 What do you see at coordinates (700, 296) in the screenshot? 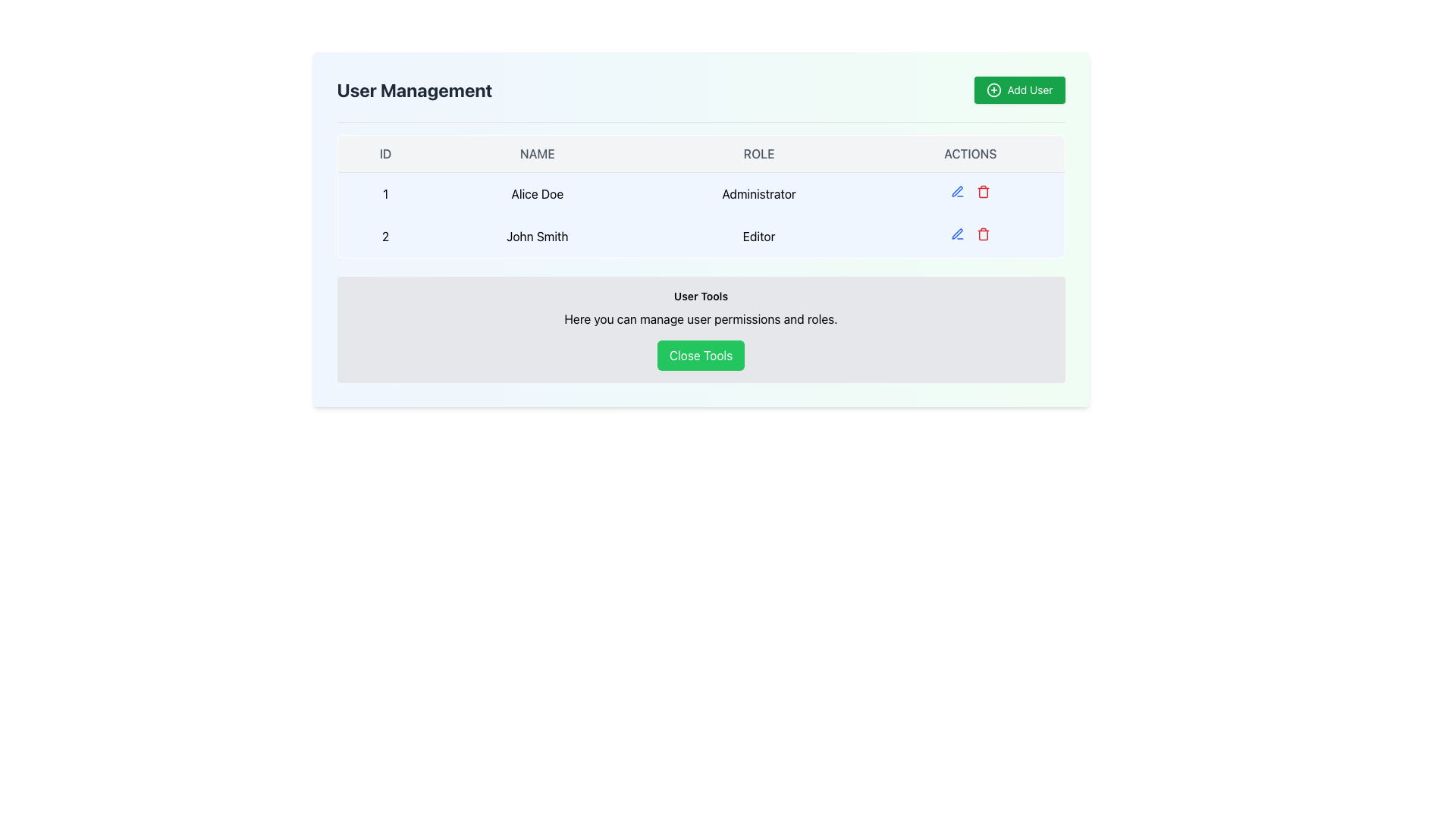
I see `'User Tools' text label which is displayed in bold and small font, located centrally within the submenu section for managing user permissions` at bounding box center [700, 296].